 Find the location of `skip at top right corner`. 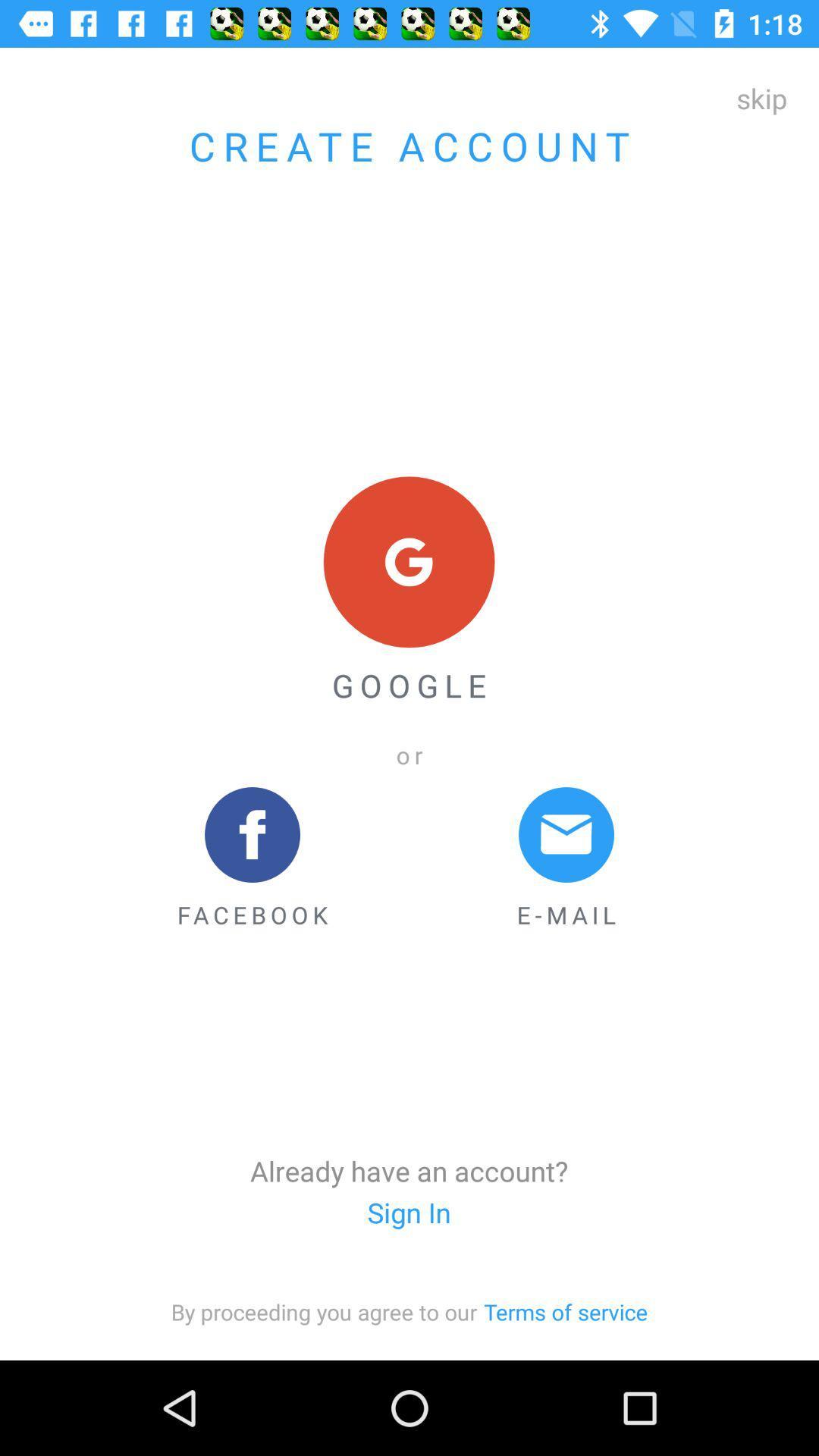

skip at top right corner is located at coordinates (761, 97).